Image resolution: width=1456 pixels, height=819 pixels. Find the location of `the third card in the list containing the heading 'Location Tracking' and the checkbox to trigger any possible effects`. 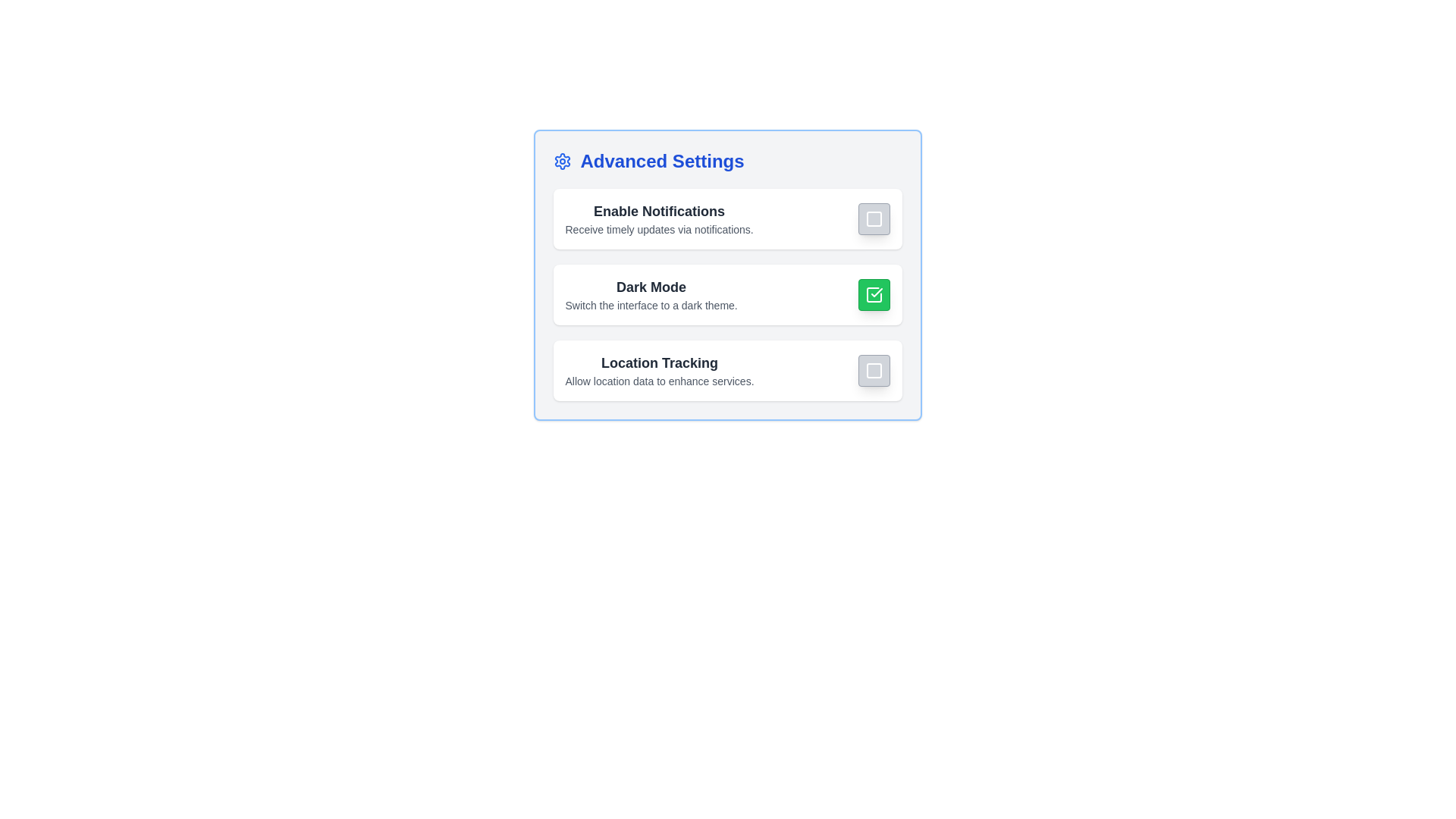

the third card in the list containing the heading 'Location Tracking' and the checkbox to trigger any possible effects is located at coordinates (726, 371).